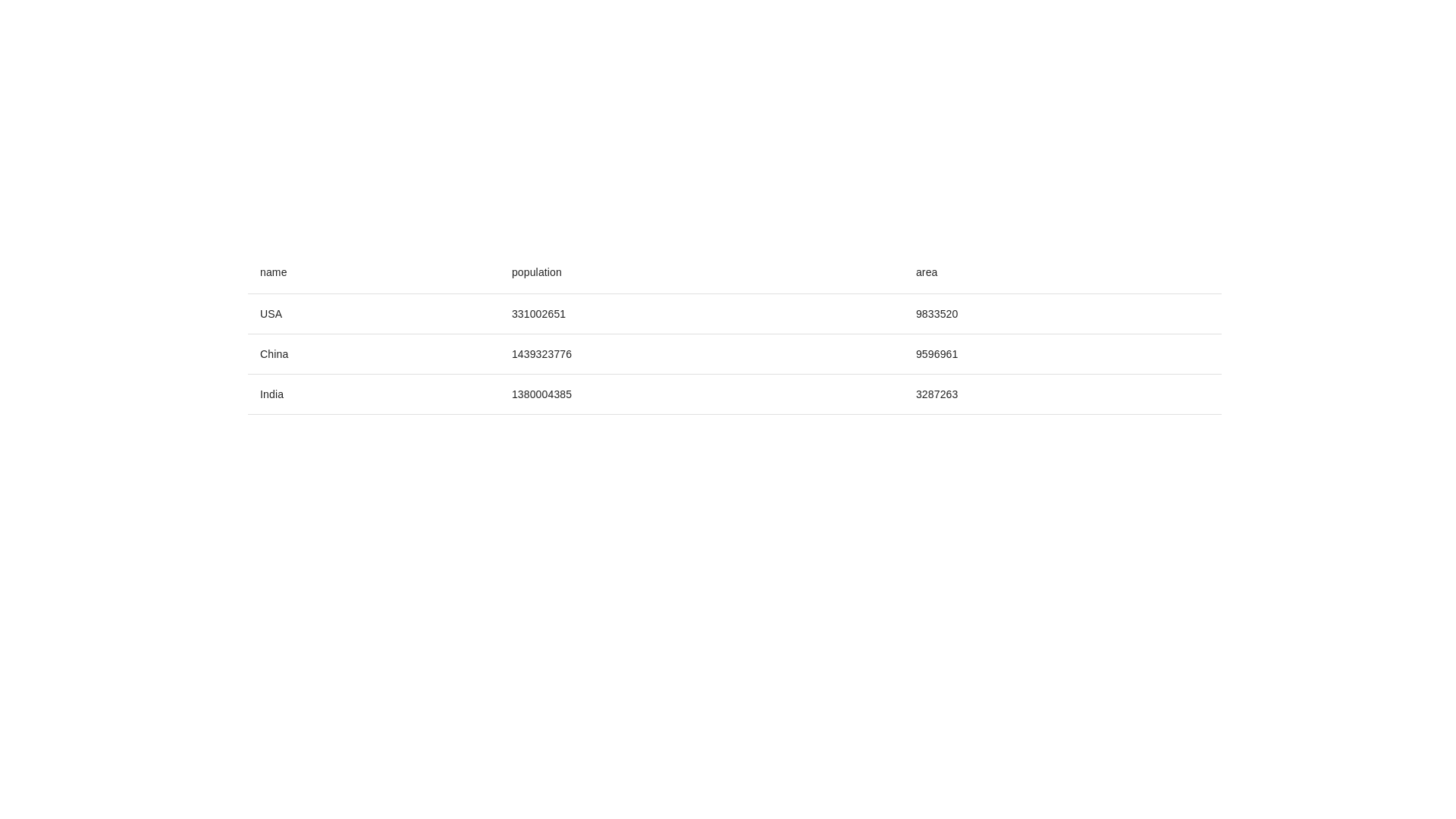 This screenshot has height=819, width=1456. What do you see at coordinates (1062, 394) in the screenshot?
I see `the table cell displaying the area data for the country 'India' in the third column of its row` at bounding box center [1062, 394].